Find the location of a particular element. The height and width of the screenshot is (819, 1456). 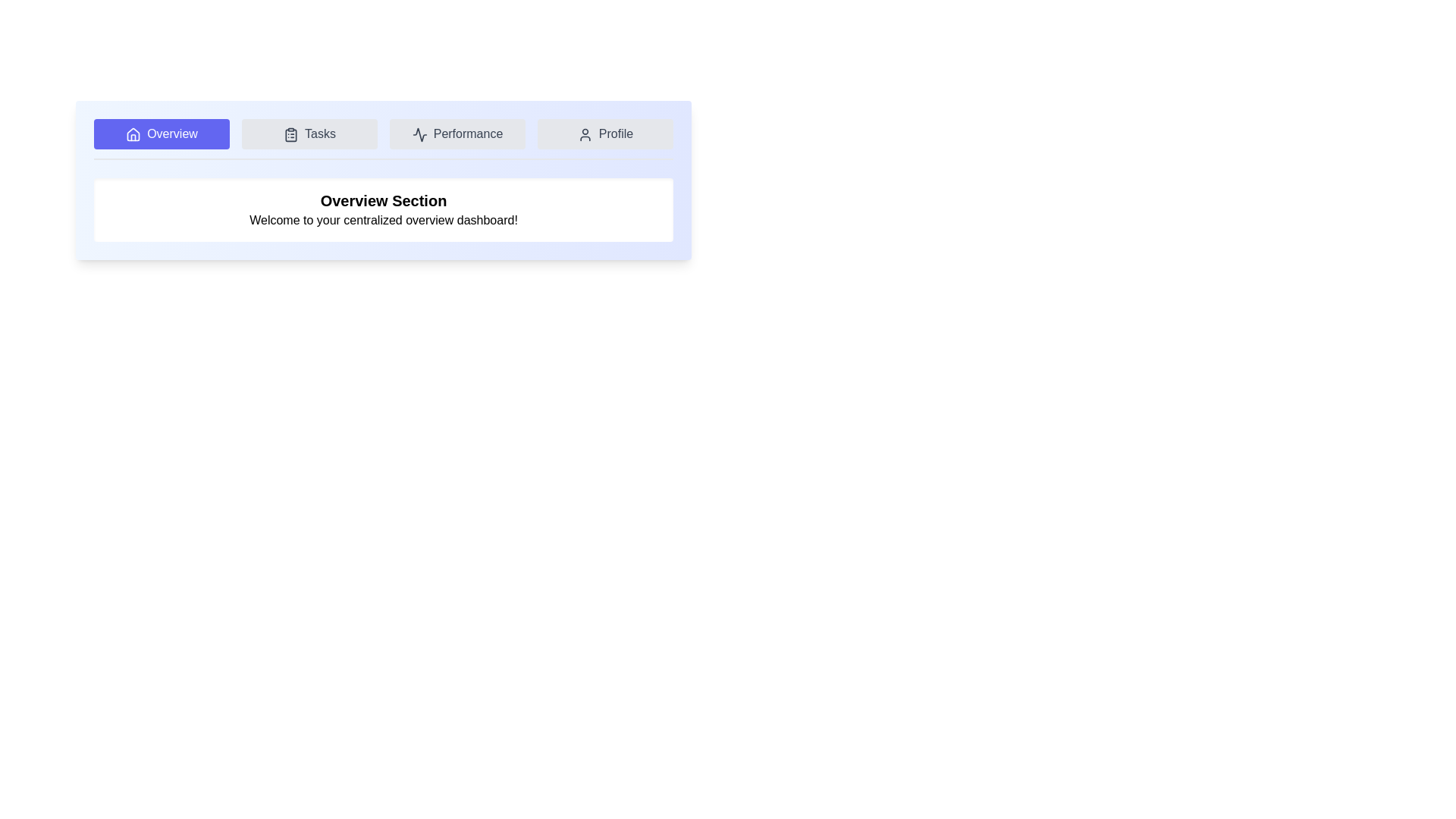

the activity graph icon located within the 'Performance' button, which is the third button from the left in the navigation bar at the top of the interface is located at coordinates (419, 133).